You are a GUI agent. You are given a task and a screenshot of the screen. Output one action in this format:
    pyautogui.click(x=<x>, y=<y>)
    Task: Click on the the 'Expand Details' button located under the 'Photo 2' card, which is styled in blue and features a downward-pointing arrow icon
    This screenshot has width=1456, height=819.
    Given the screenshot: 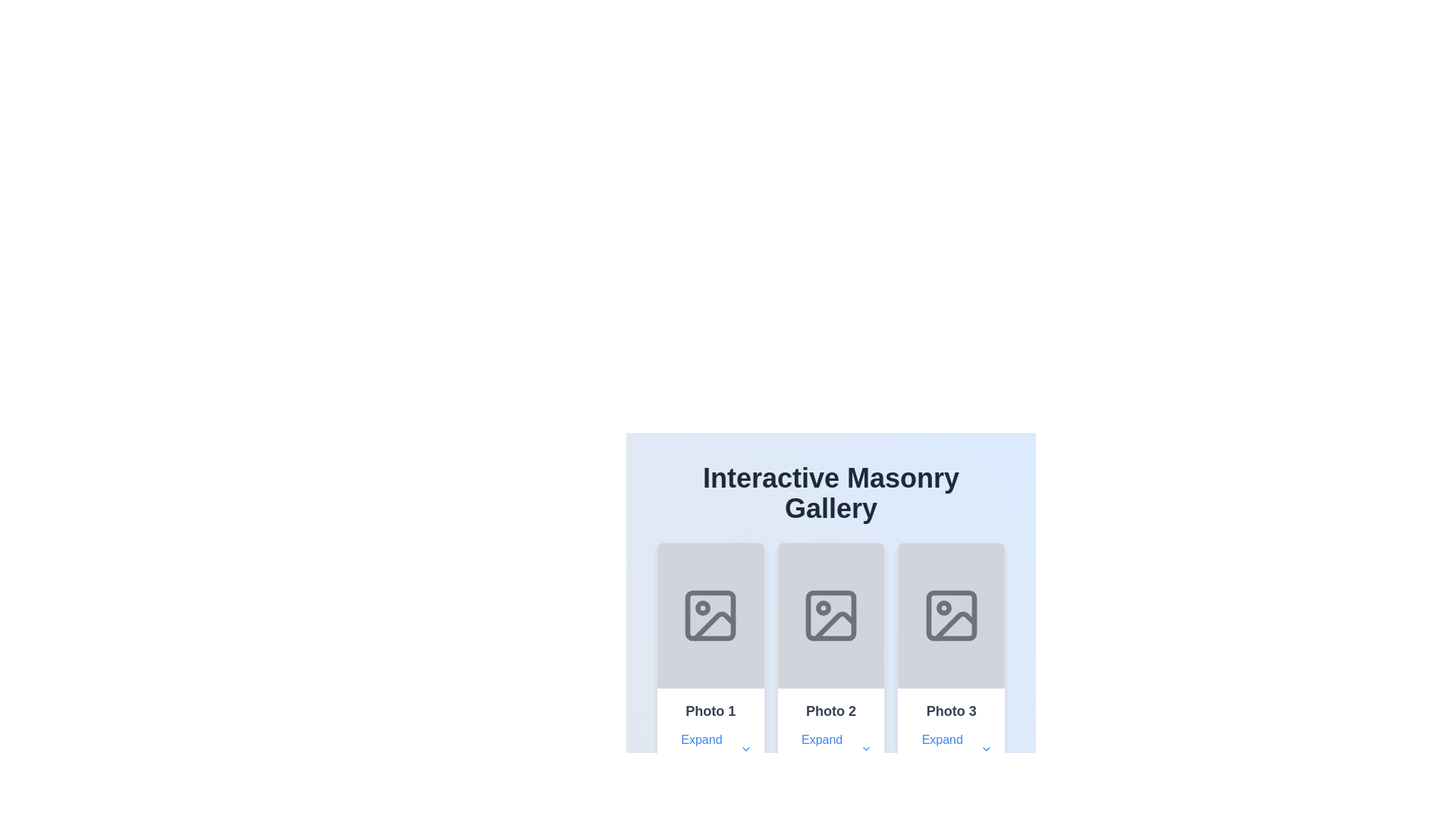 What is the action you would take?
    pyautogui.click(x=830, y=748)
    